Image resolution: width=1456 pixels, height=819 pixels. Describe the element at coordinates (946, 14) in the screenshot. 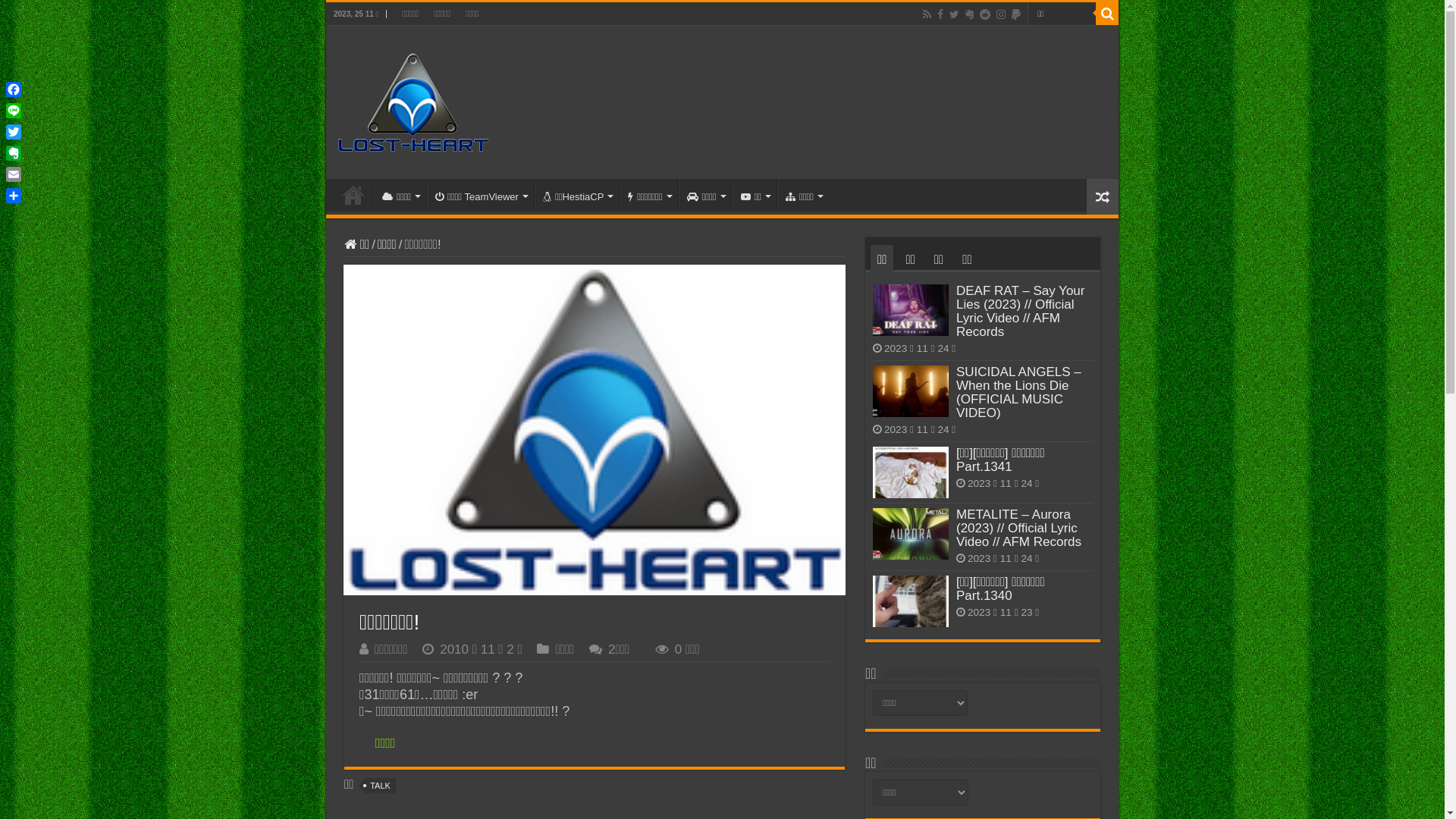

I see `'Twitter'` at that location.